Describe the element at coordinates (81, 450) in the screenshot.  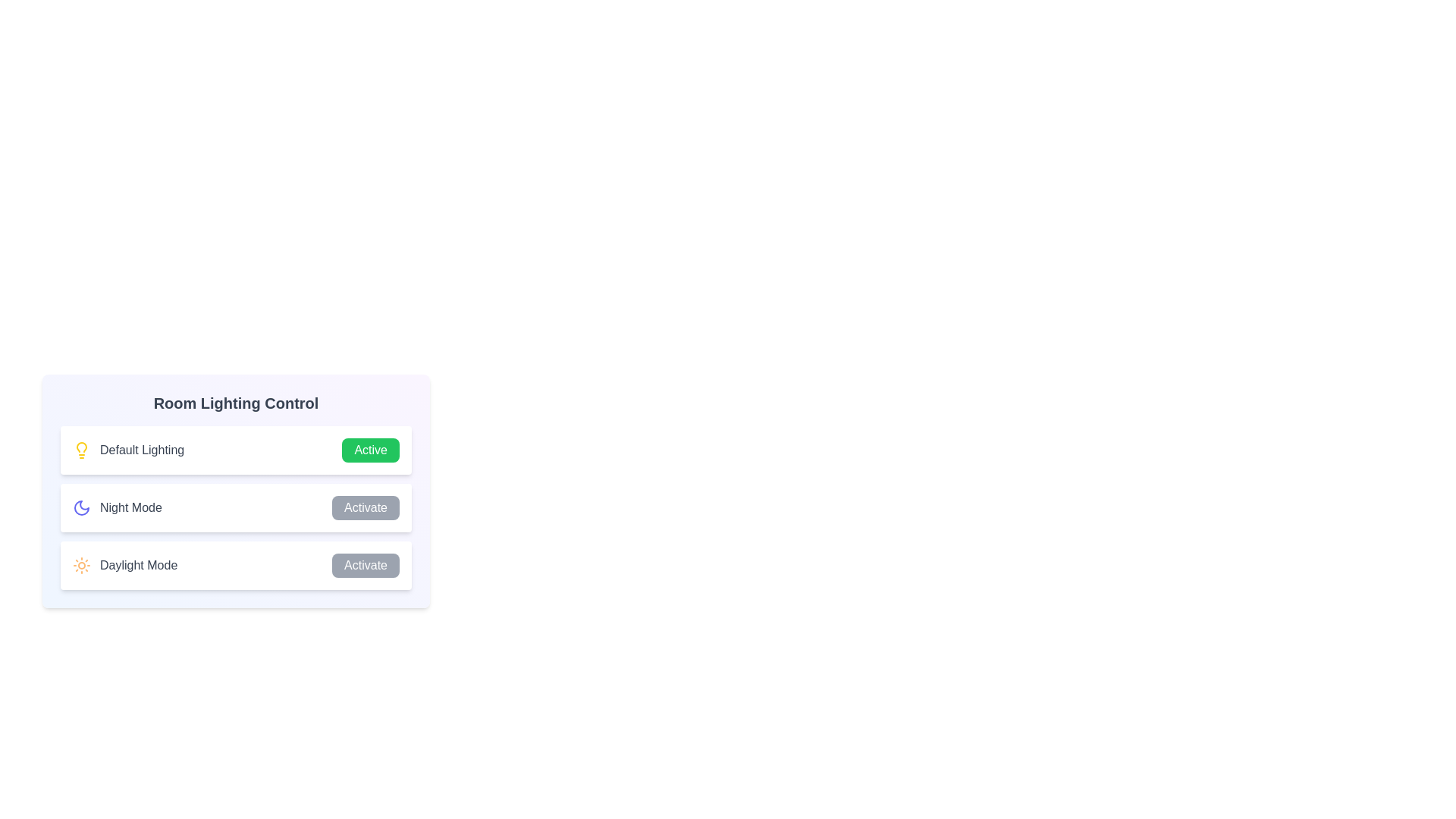
I see `the icon representing the lighting mode Default Lighting` at that location.